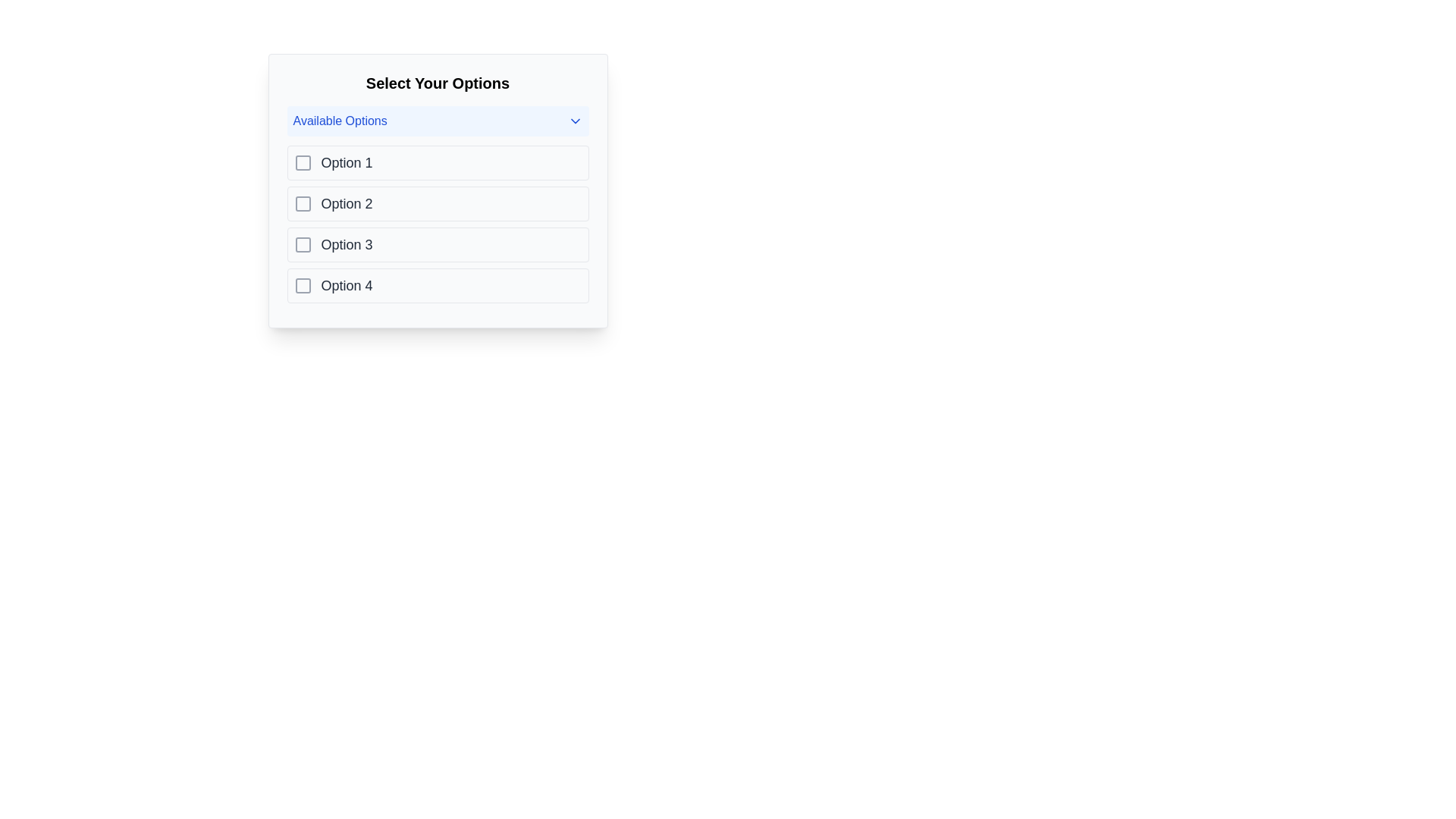 The width and height of the screenshot is (1456, 819). I want to click on static text title that says 'Select Your Options', which is bold and large, centrally aligned at the top of the card layout, so click(437, 83).